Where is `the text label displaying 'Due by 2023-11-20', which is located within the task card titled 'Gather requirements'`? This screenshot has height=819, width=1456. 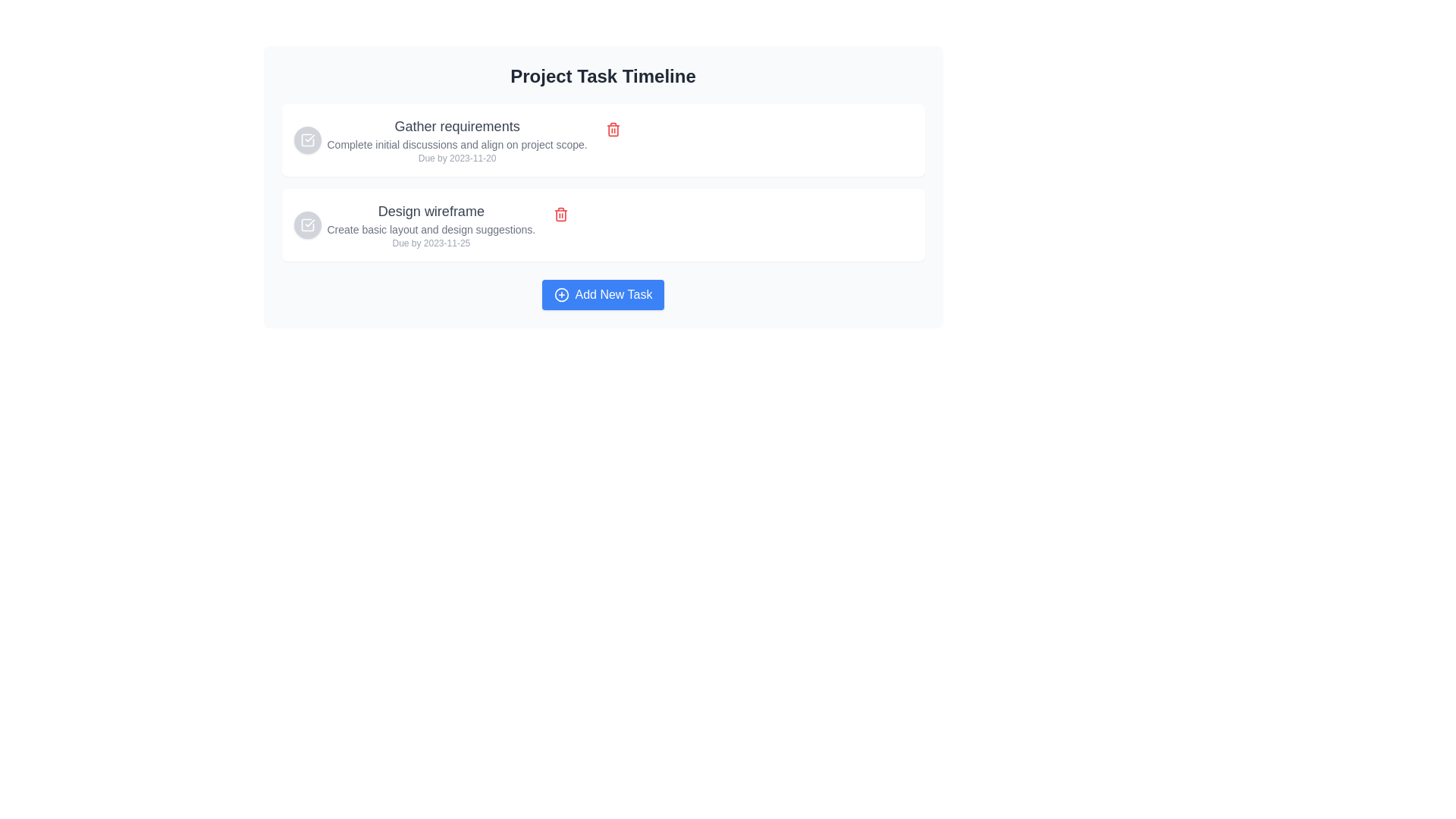
the text label displaying 'Due by 2023-11-20', which is located within the task card titled 'Gather requirements' is located at coordinates (457, 158).